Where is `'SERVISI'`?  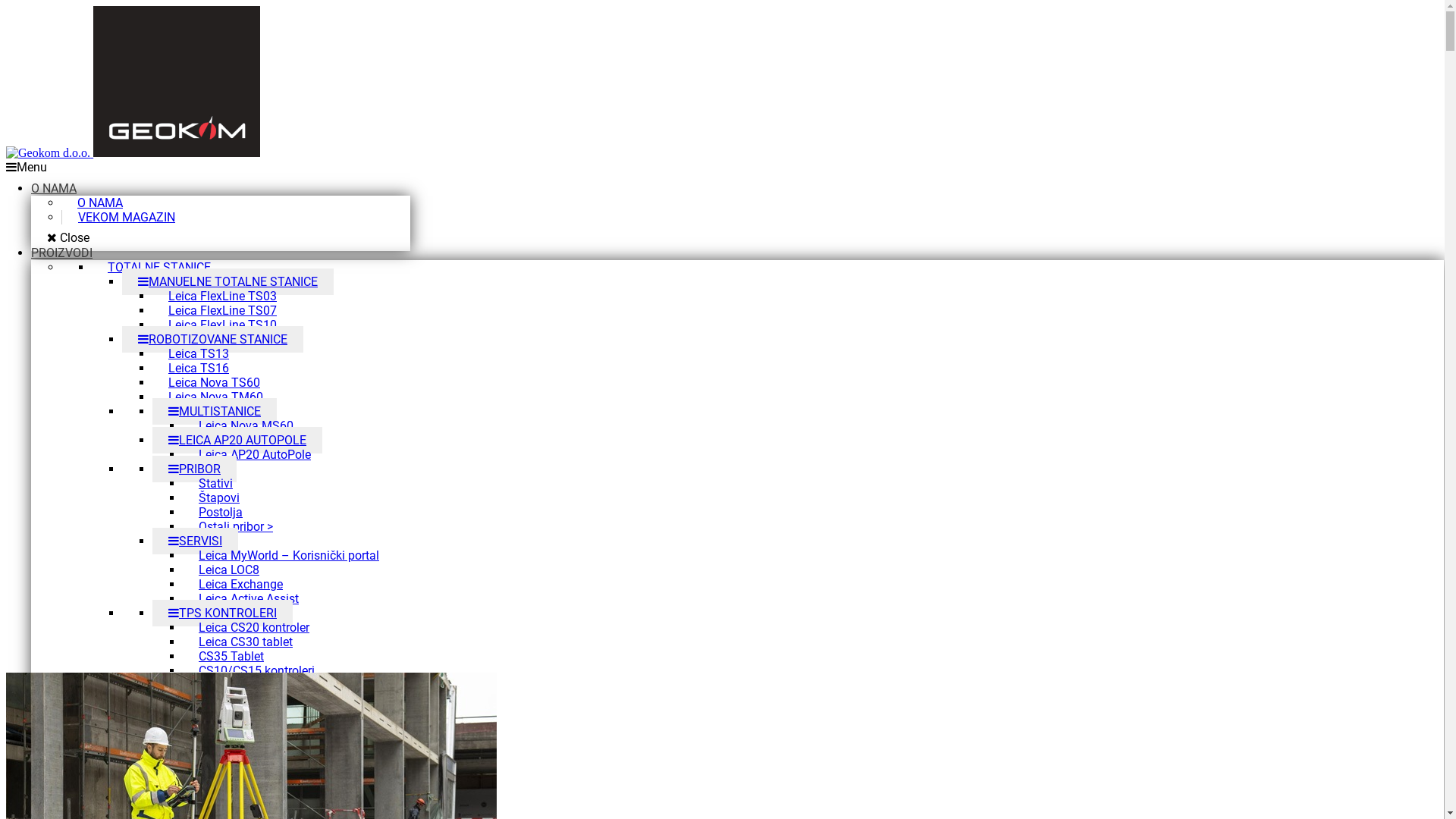 'SERVISI' is located at coordinates (194, 540).